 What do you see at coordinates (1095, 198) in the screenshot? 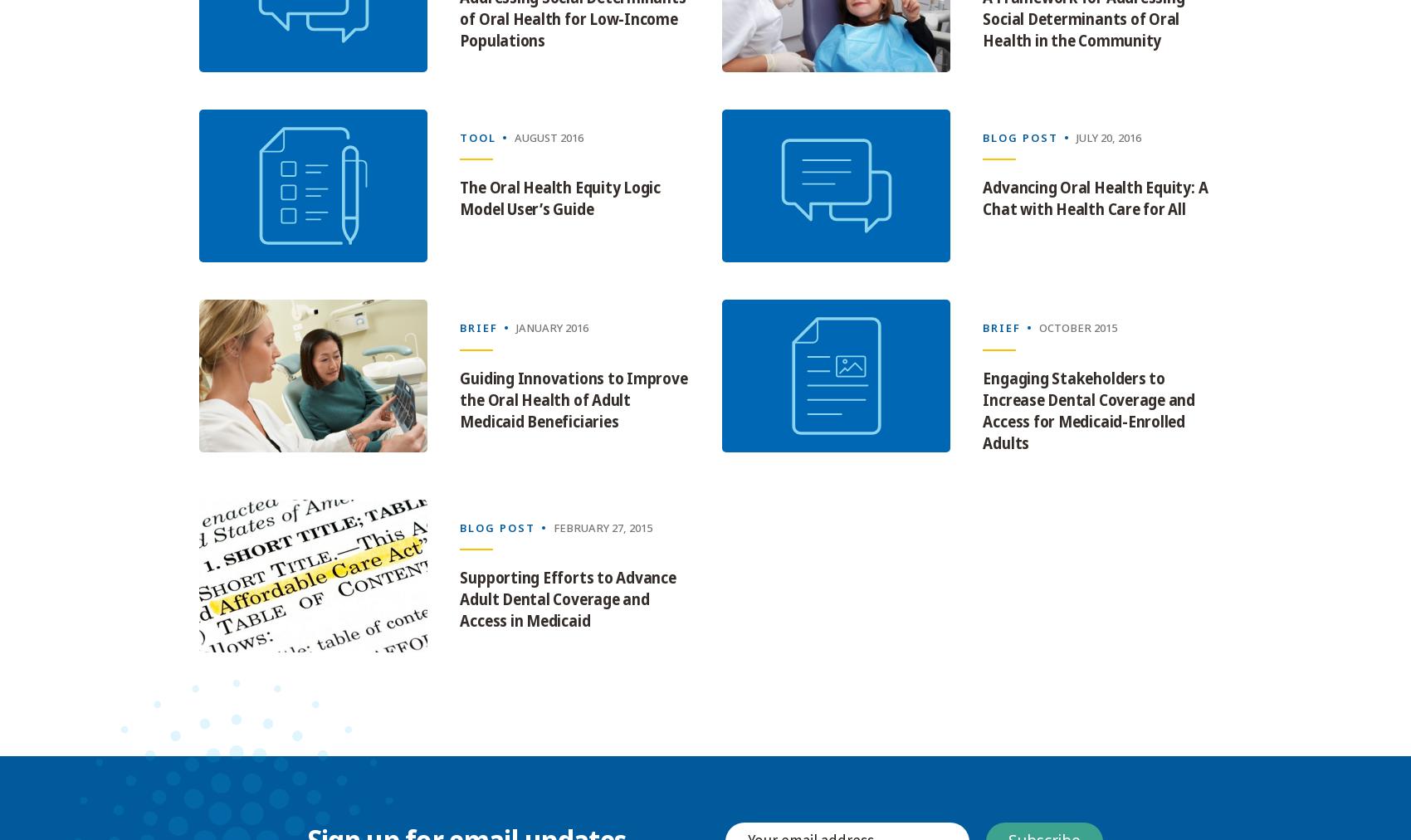
I see `'Advancing Oral Health Equity: A Chat with Health Care for All'` at bounding box center [1095, 198].